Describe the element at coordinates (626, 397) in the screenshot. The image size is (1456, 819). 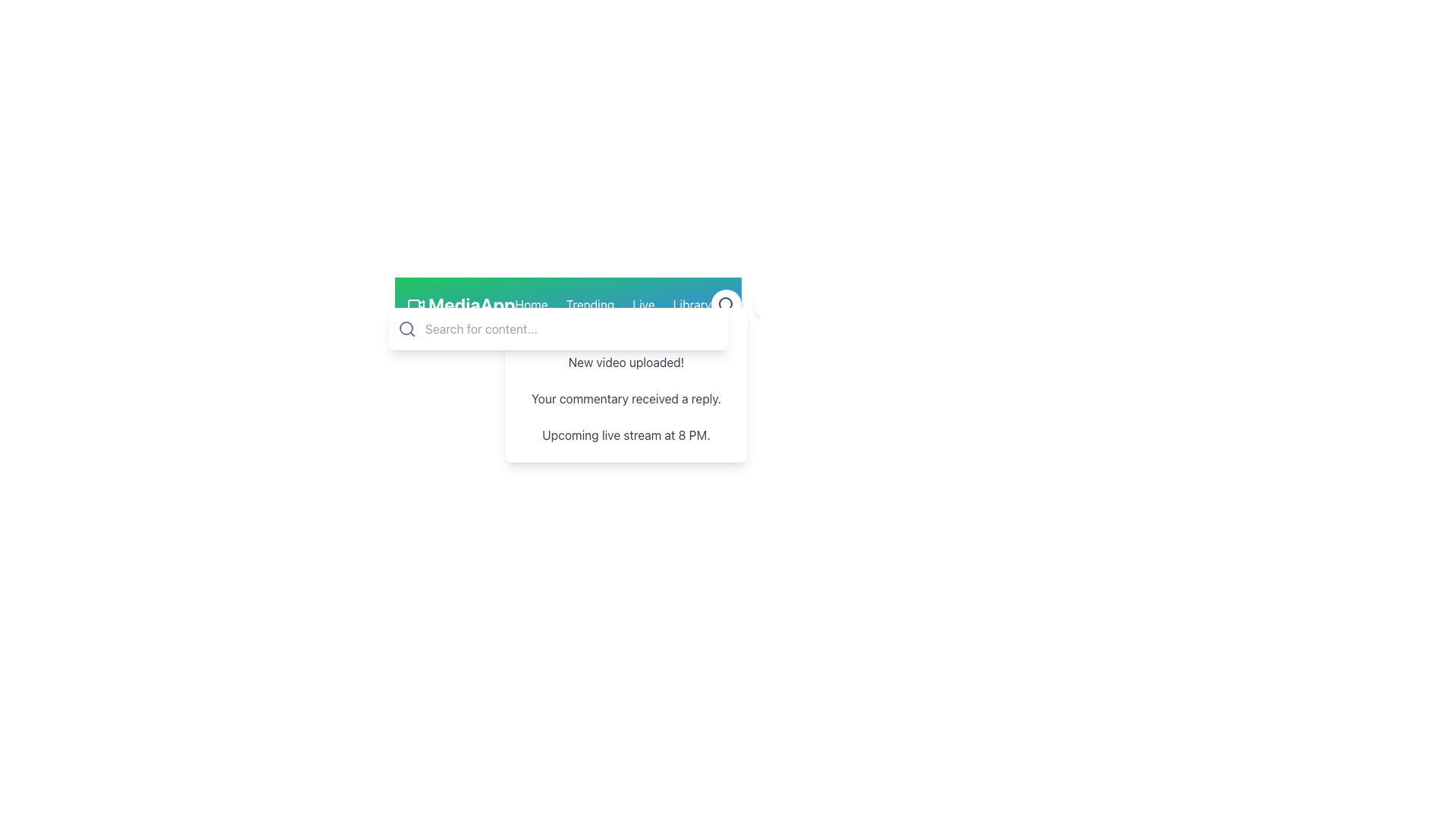
I see `the information displayed in the text block that says 'Your commentary received a reply.'` at that location.